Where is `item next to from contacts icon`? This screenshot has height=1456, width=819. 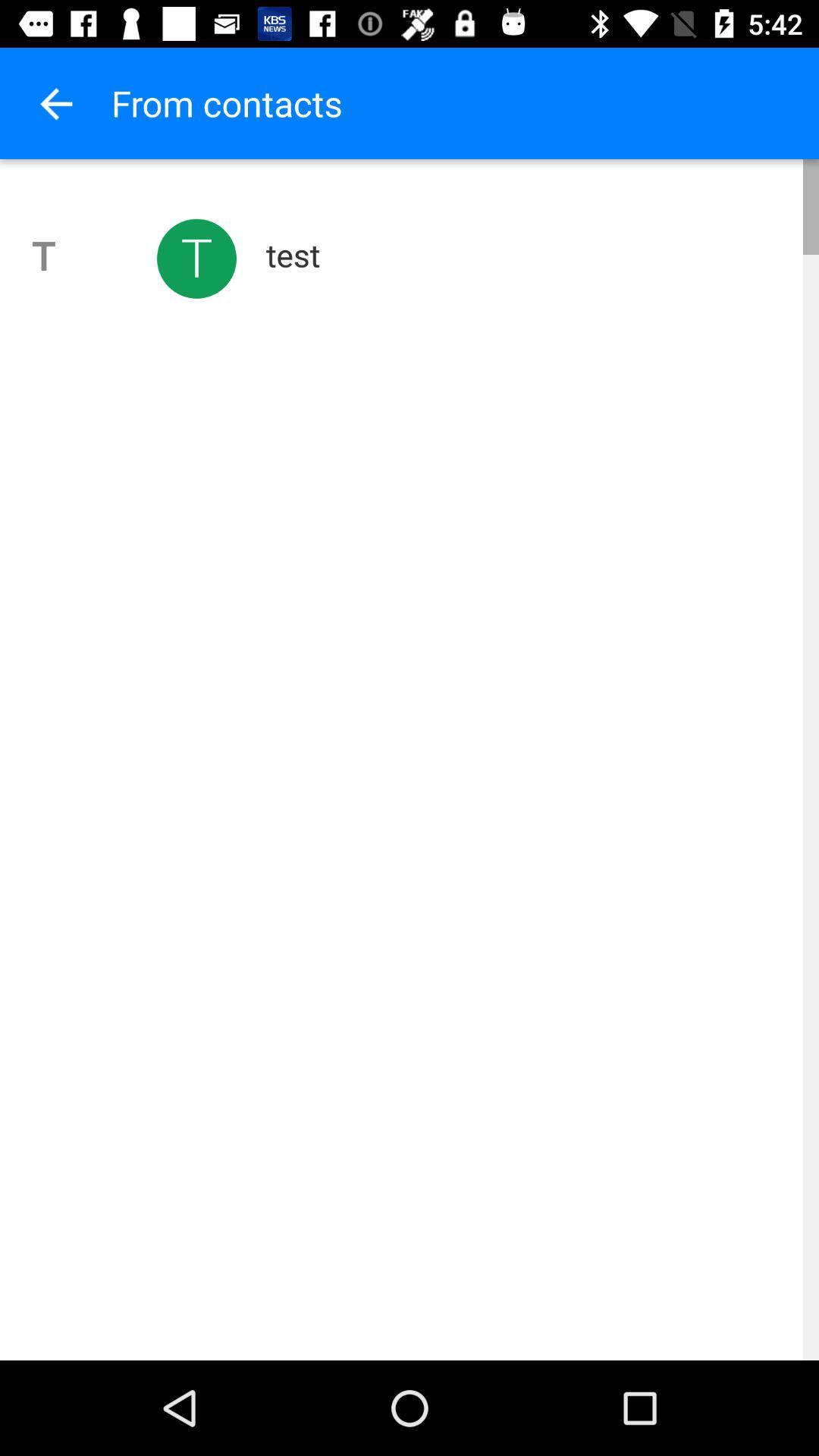 item next to from contacts icon is located at coordinates (55, 102).